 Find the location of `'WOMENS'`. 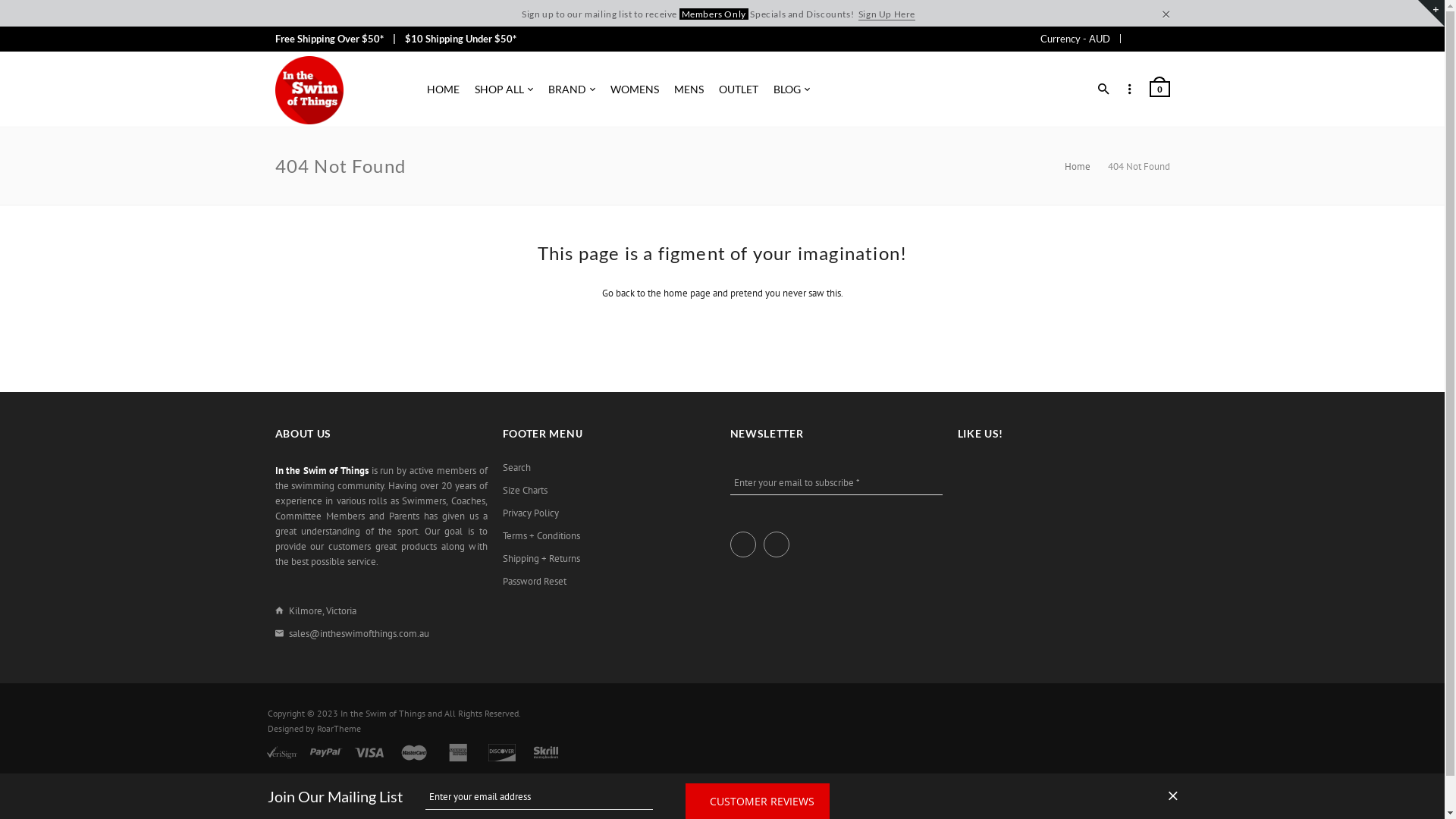

'WOMENS' is located at coordinates (633, 89).